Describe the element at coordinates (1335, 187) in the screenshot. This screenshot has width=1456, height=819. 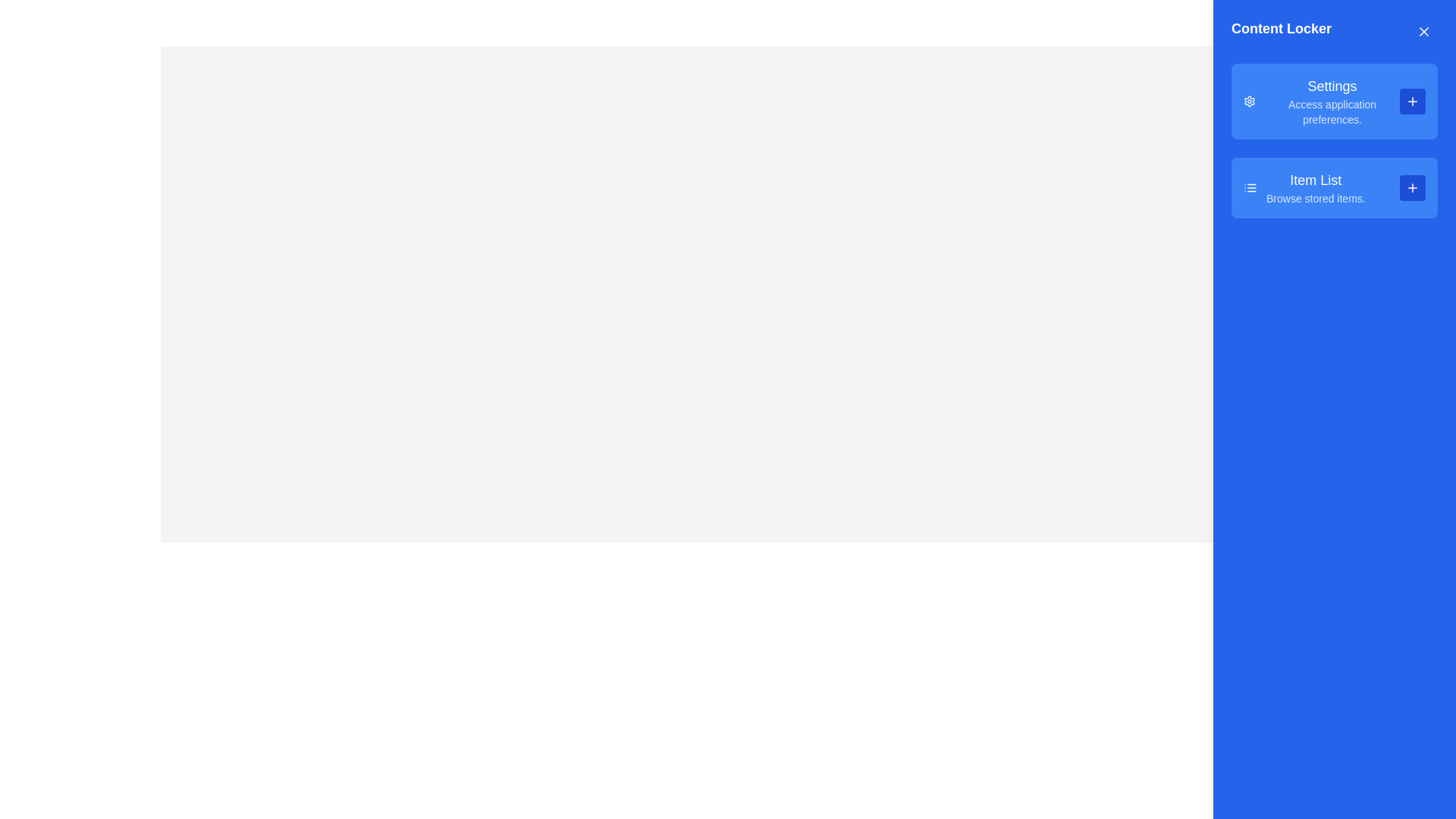
I see `the blue rounded button labeled 'Item List'` at that location.